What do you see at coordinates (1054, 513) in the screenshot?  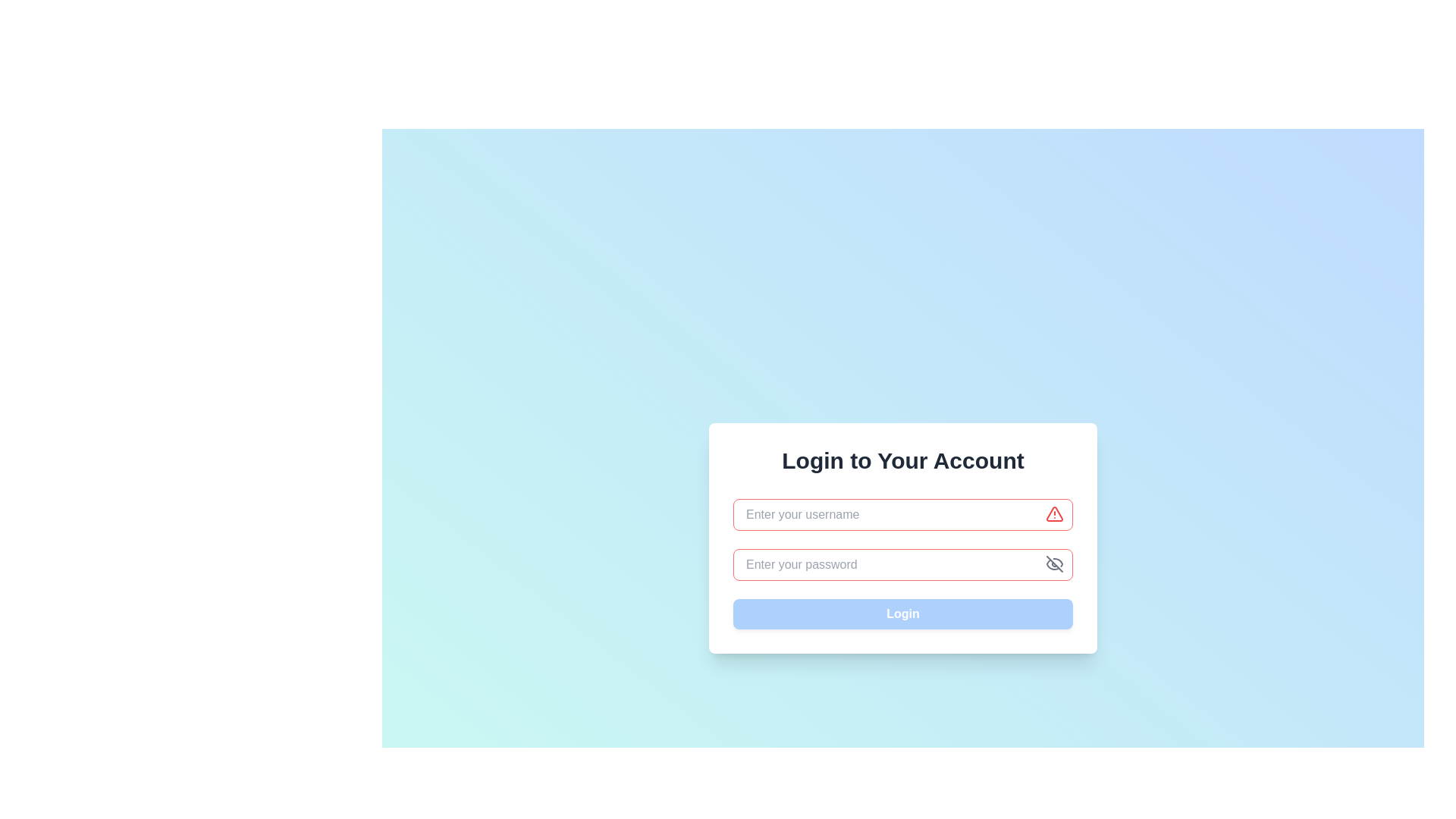 I see `the Warning Icon located immediately to the right of the username text input field in the login form, which visually indicates a warning or error` at bounding box center [1054, 513].